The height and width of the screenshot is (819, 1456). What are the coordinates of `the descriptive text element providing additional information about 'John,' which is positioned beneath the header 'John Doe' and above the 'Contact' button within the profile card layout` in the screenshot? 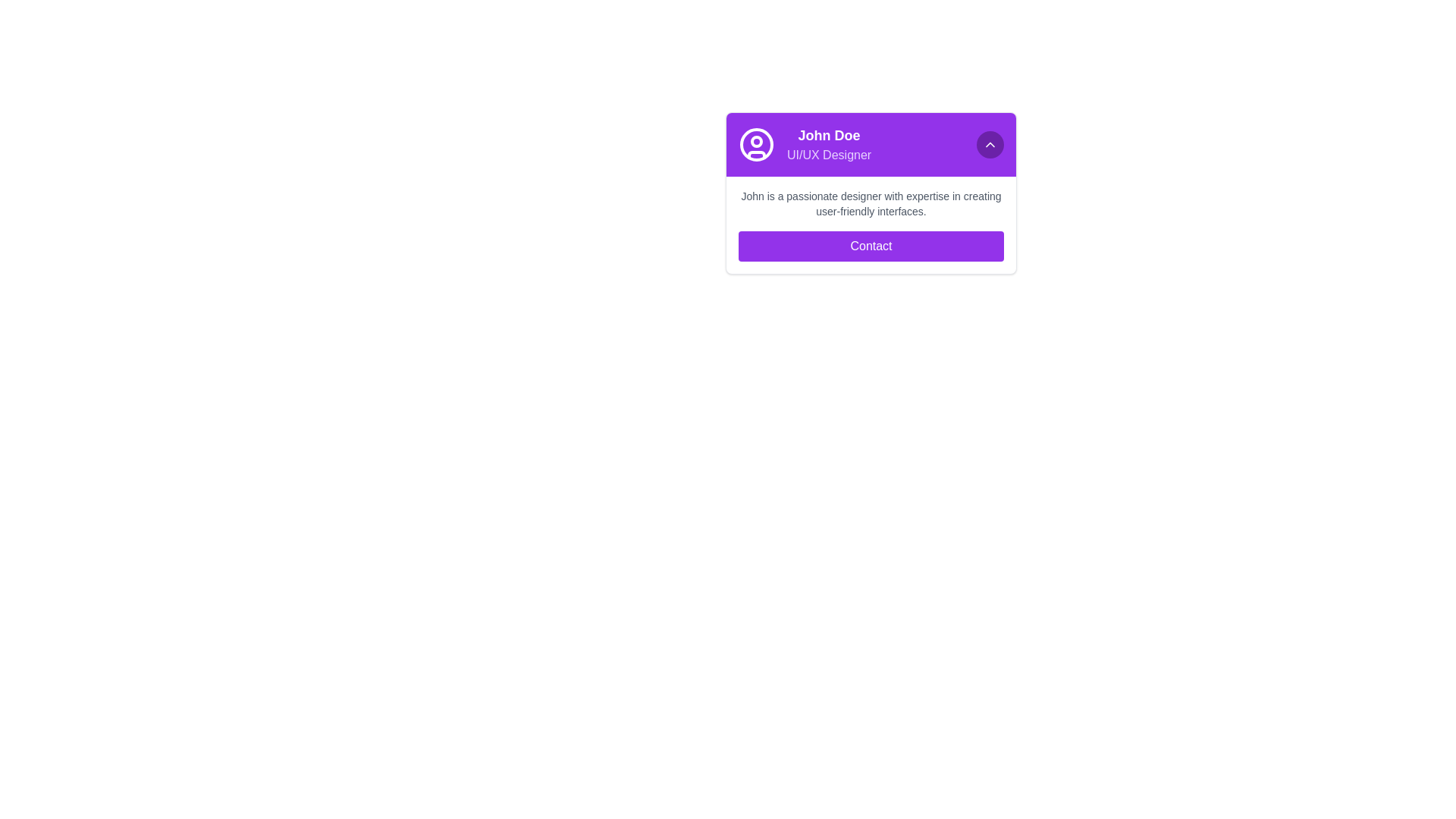 It's located at (871, 203).